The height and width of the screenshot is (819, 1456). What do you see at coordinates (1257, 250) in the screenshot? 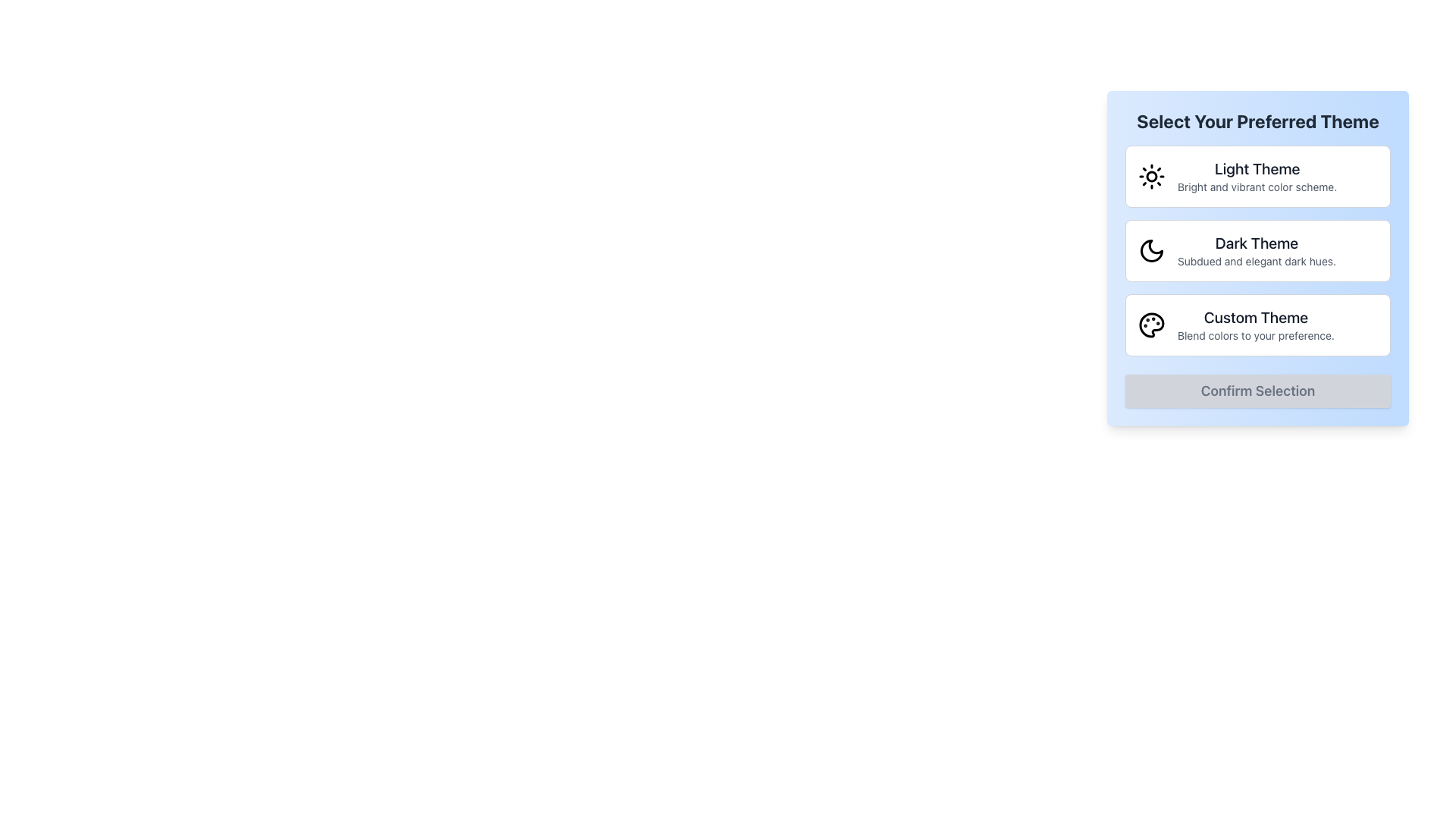
I see `the 'Dark Theme' text block, which displays the title and description for the Dark Theme option in the theme selection interface` at bounding box center [1257, 250].